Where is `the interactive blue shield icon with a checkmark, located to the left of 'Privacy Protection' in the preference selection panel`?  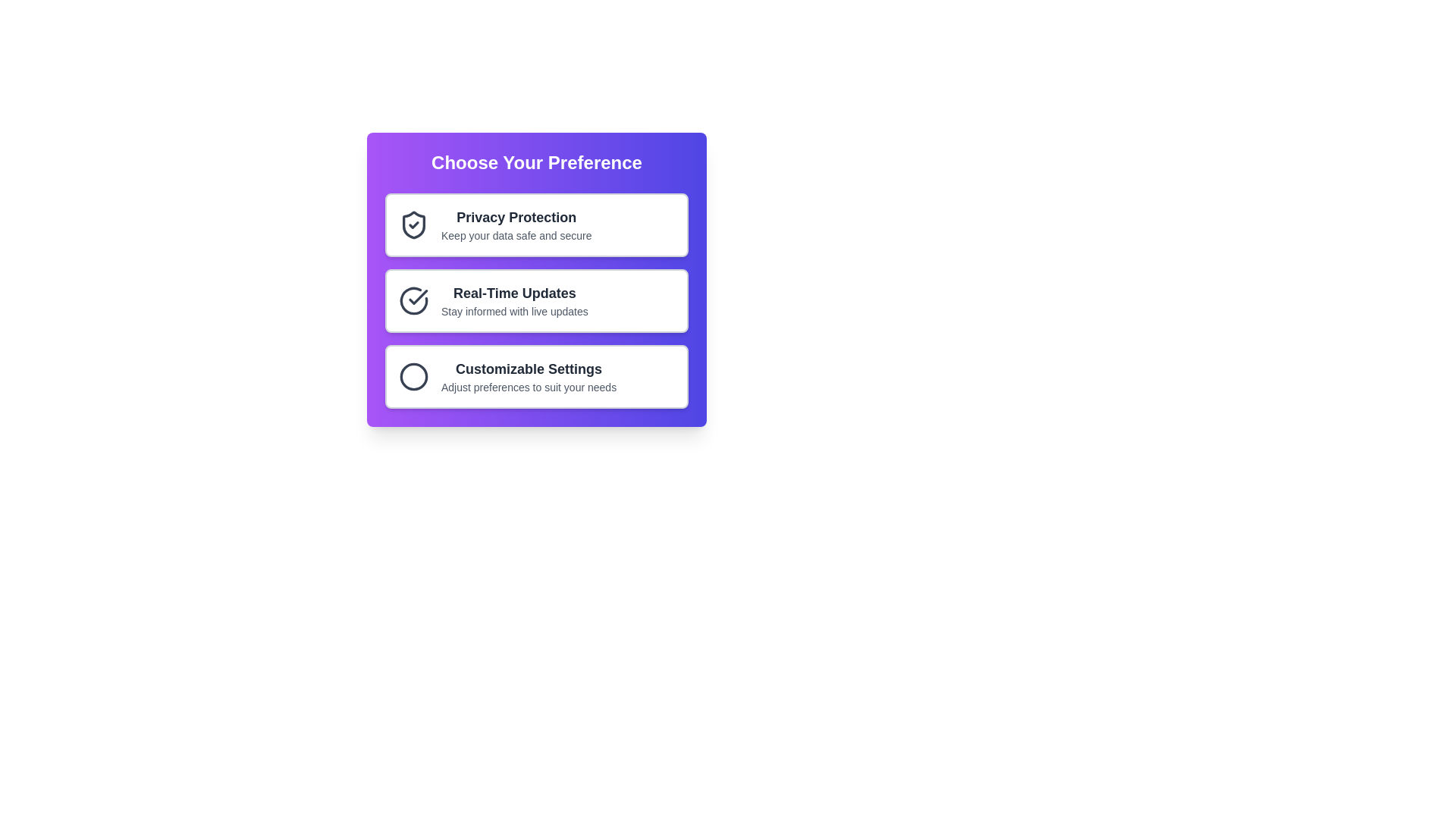 the interactive blue shield icon with a checkmark, located to the left of 'Privacy Protection' in the preference selection panel is located at coordinates (414, 225).